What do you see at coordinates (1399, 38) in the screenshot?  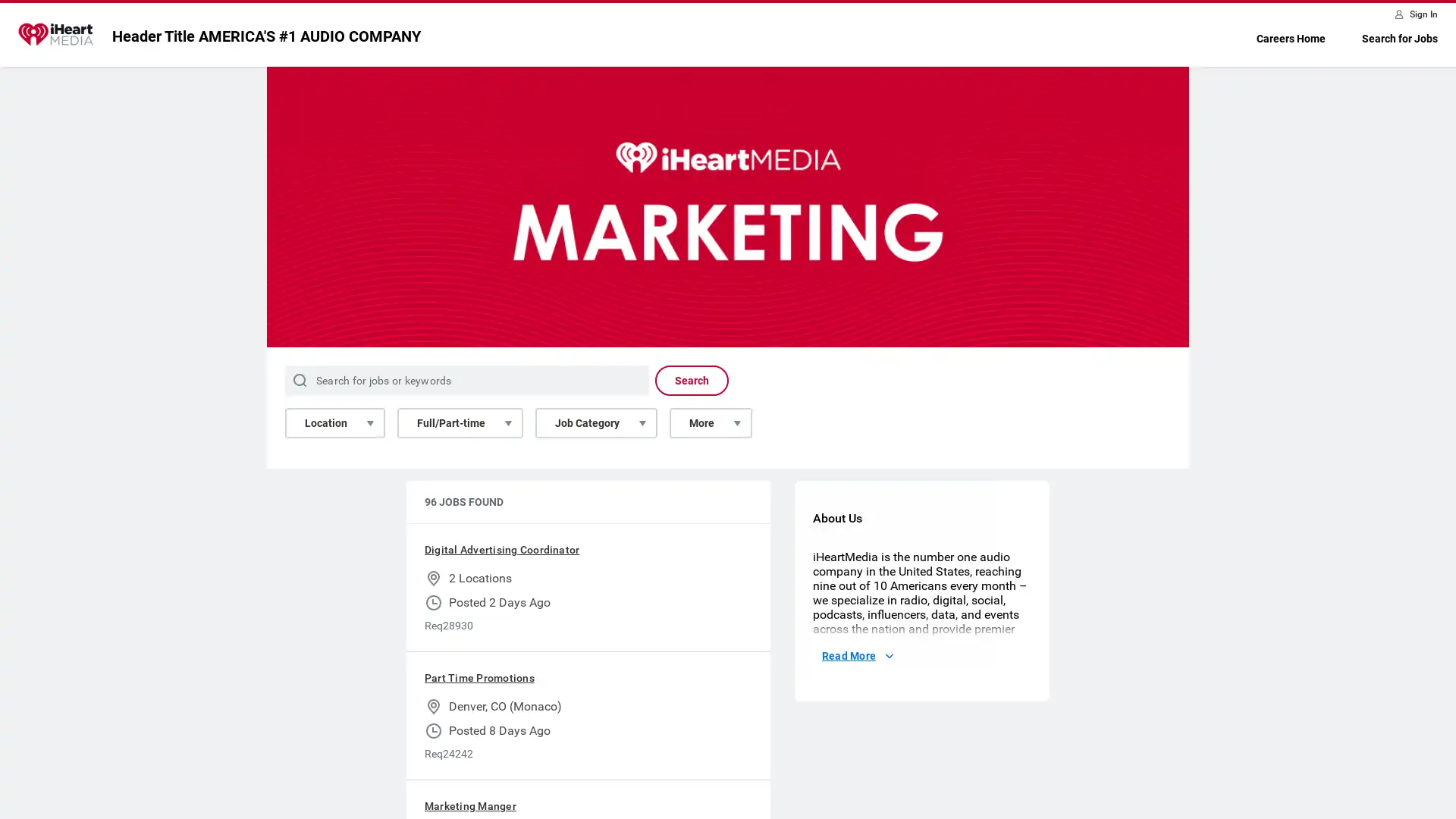 I see `Search for Jobs` at bounding box center [1399, 38].